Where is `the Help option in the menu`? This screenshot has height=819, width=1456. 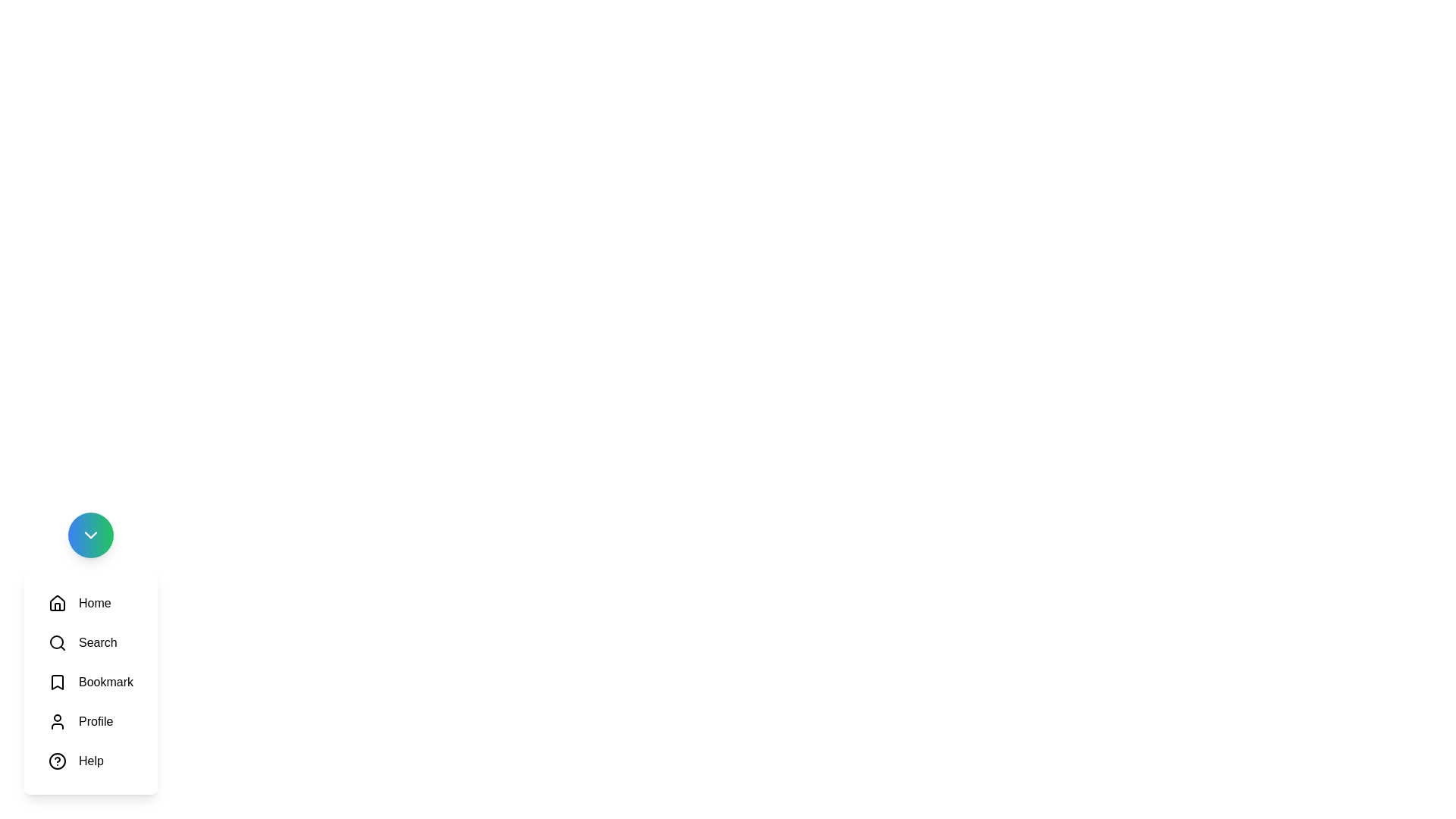
the Help option in the menu is located at coordinates (75, 761).